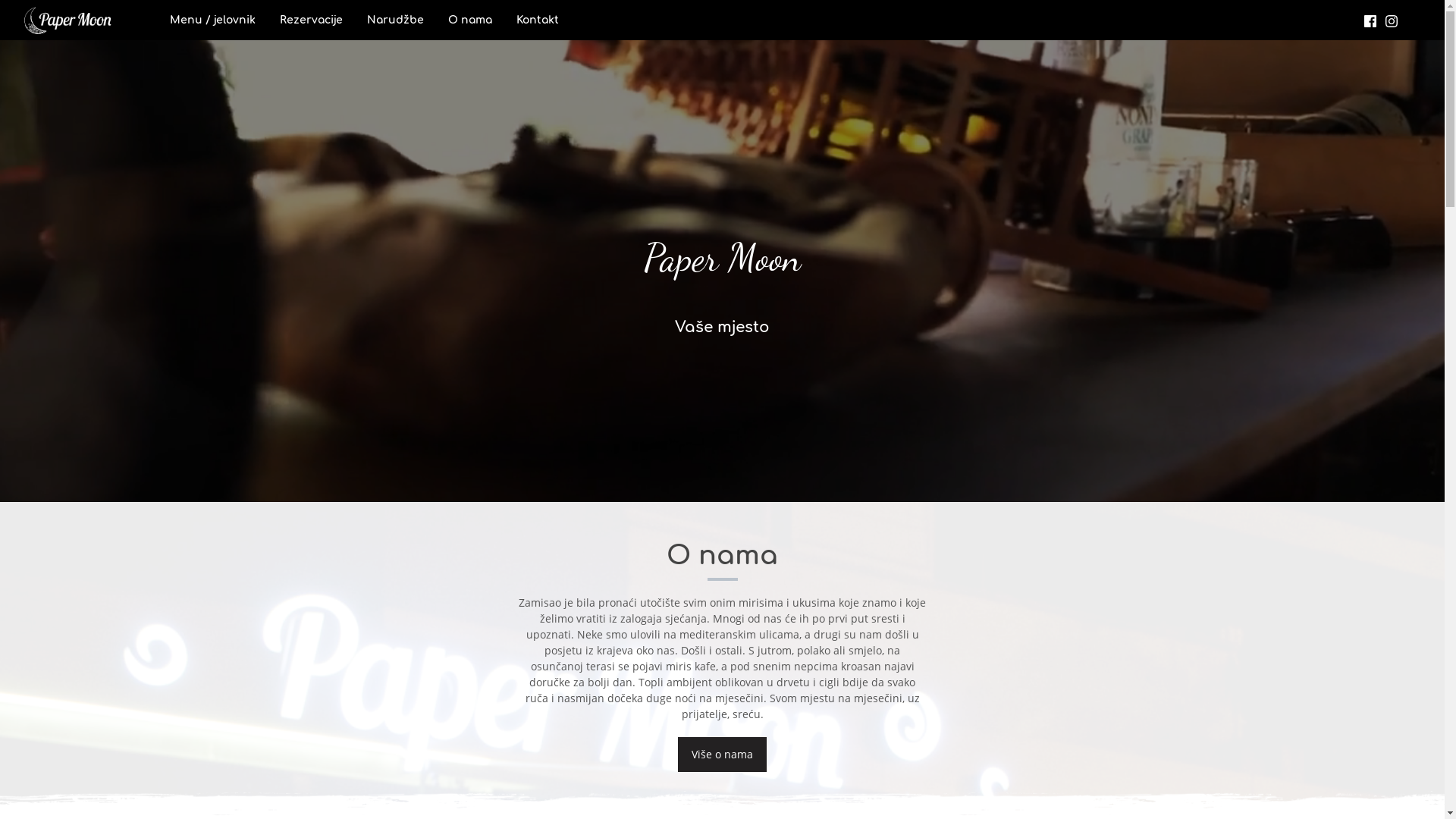  What do you see at coordinates (212, 20) in the screenshot?
I see `'Menu / jelovnik'` at bounding box center [212, 20].